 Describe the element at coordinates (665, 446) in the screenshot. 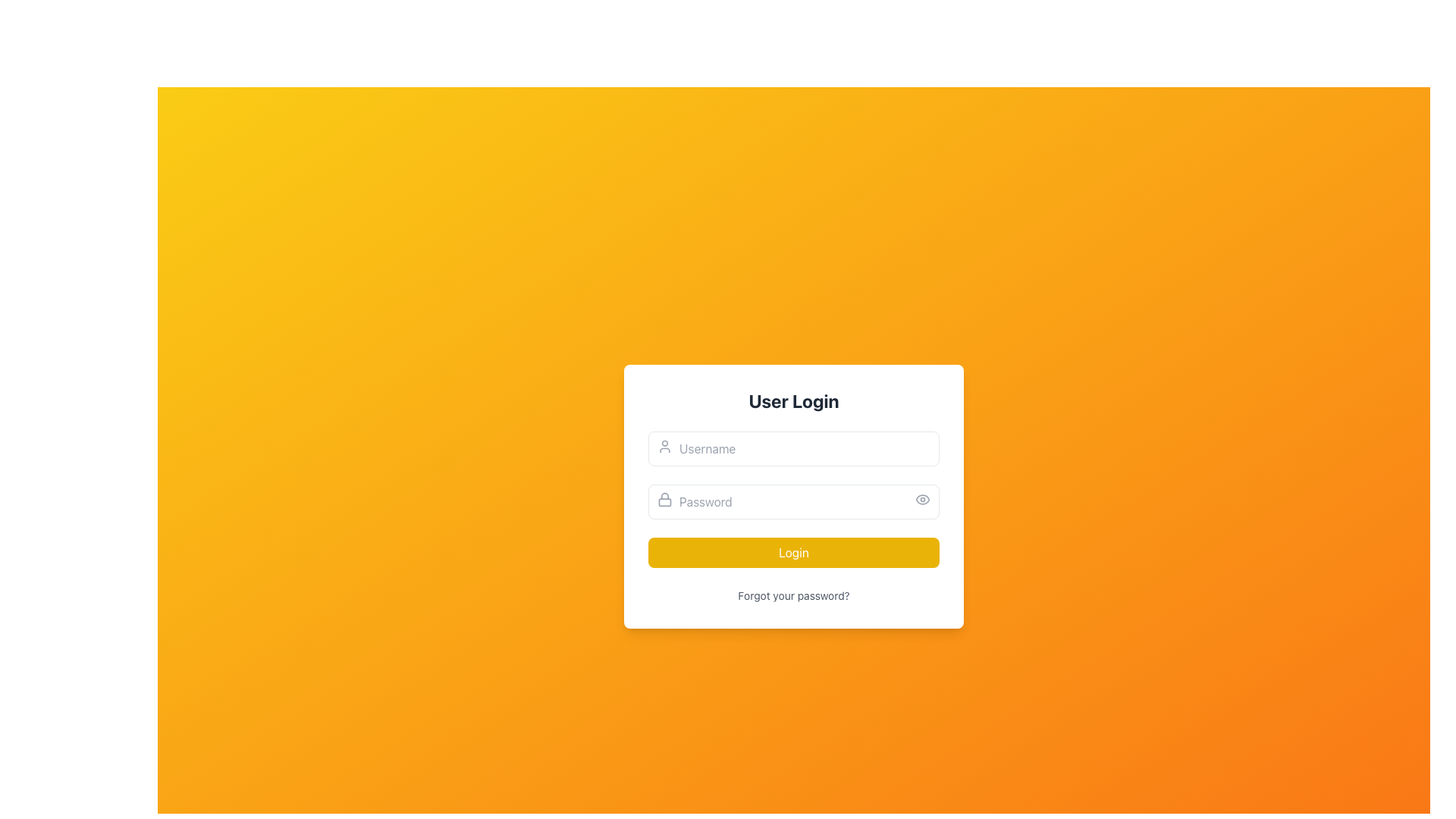

I see `the user silhouette icon located at the left side of the 'Username' text input field` at that location.